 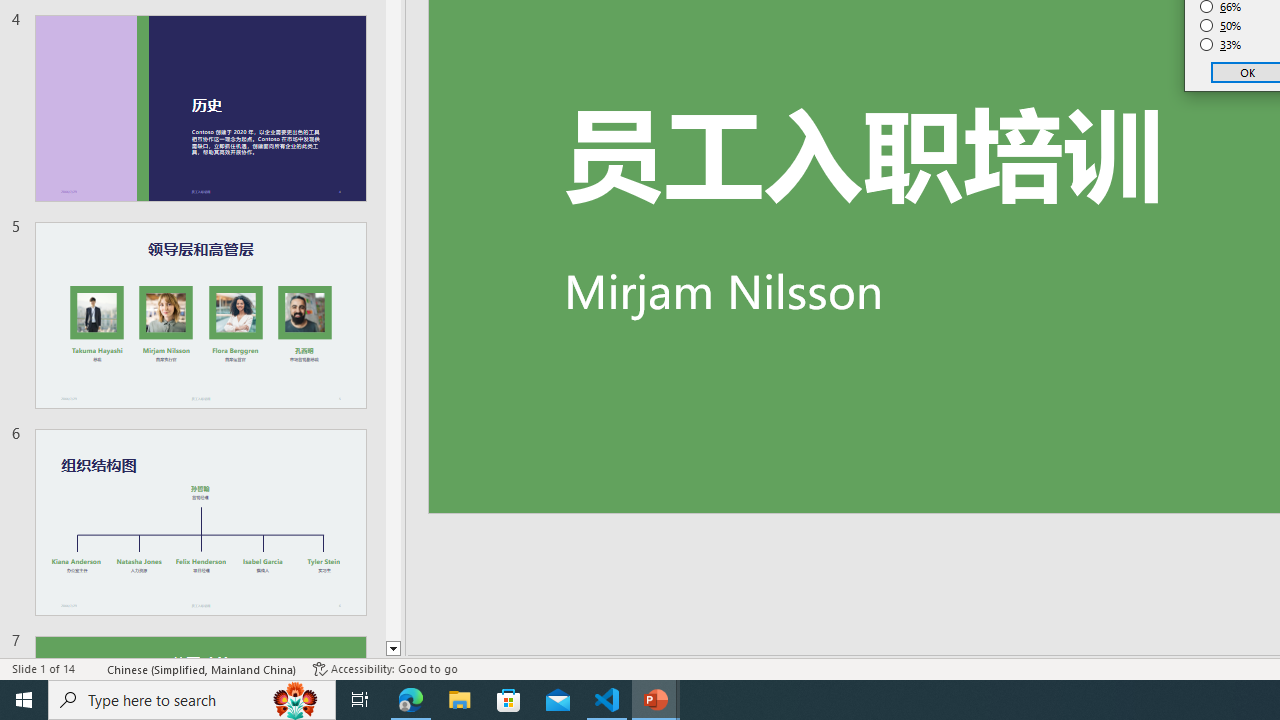 I want to click on 'Microsoft Edge - 1 running window', so click(x=410, y=698).